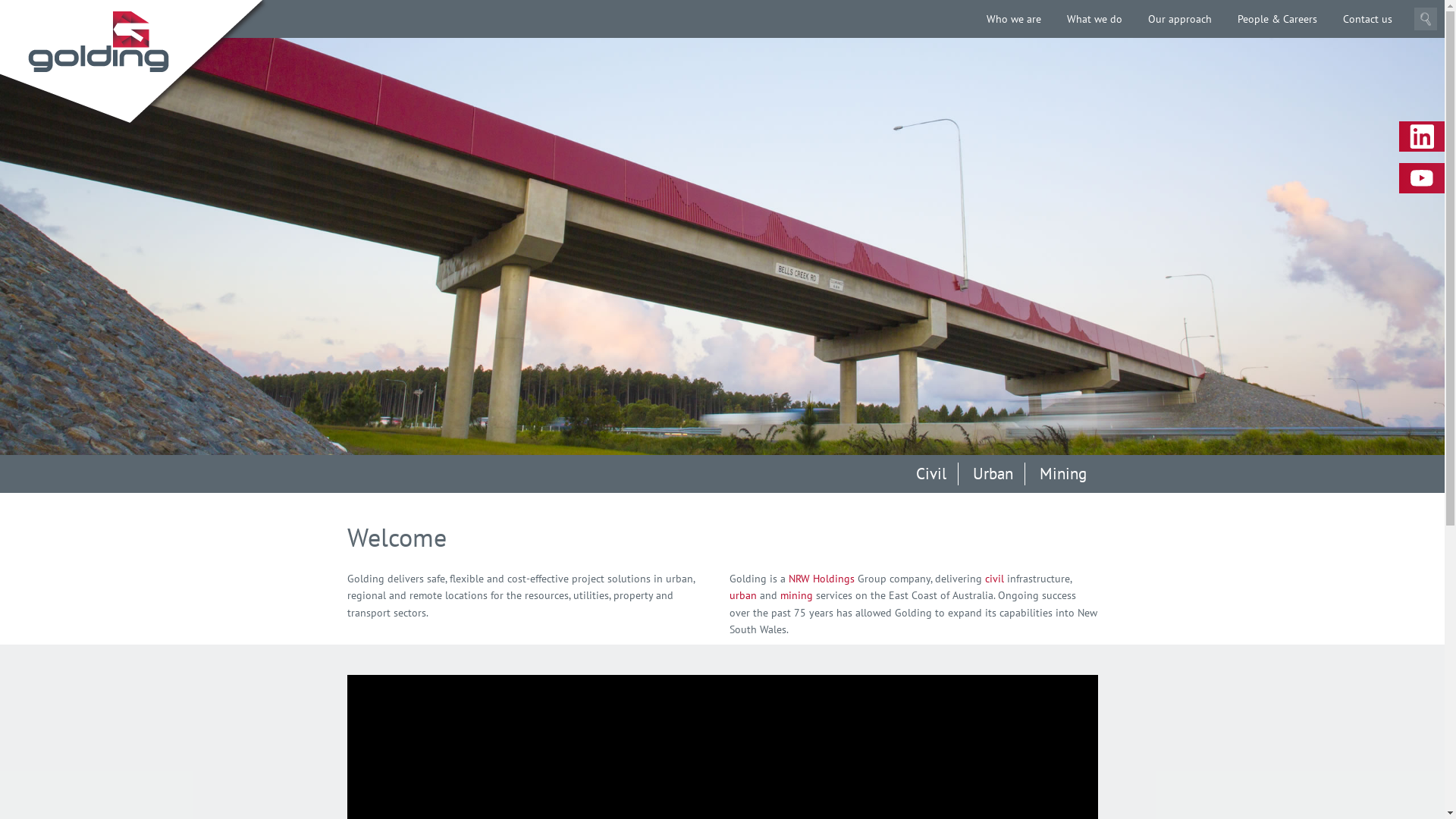  What do you see at coordinates (1425, 18) in the screenshot?
I see `'Search'` at bounding box center [1425, 18].